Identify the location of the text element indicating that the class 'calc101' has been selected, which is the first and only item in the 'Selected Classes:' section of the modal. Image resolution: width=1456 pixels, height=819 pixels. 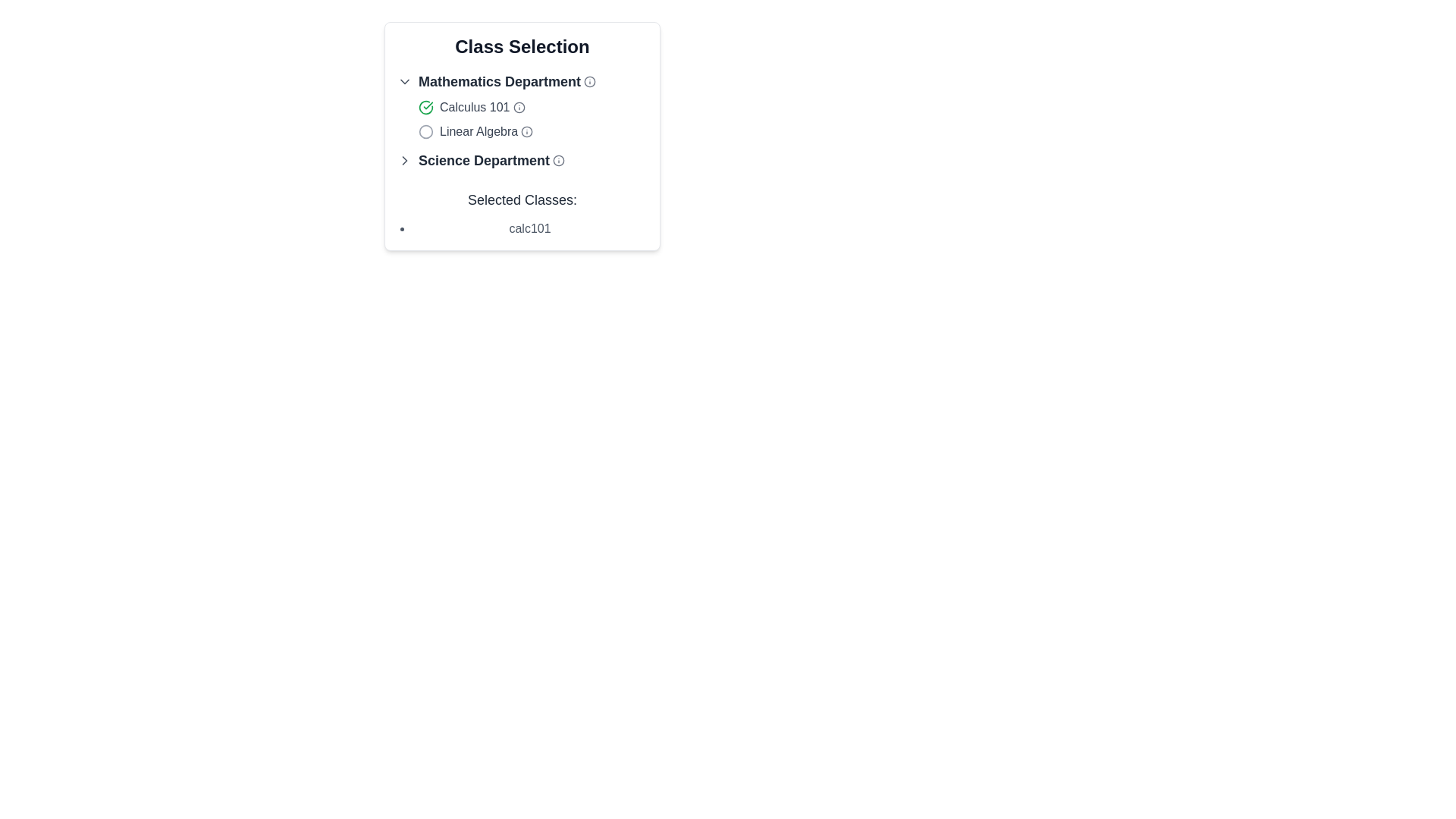
(522, 228).